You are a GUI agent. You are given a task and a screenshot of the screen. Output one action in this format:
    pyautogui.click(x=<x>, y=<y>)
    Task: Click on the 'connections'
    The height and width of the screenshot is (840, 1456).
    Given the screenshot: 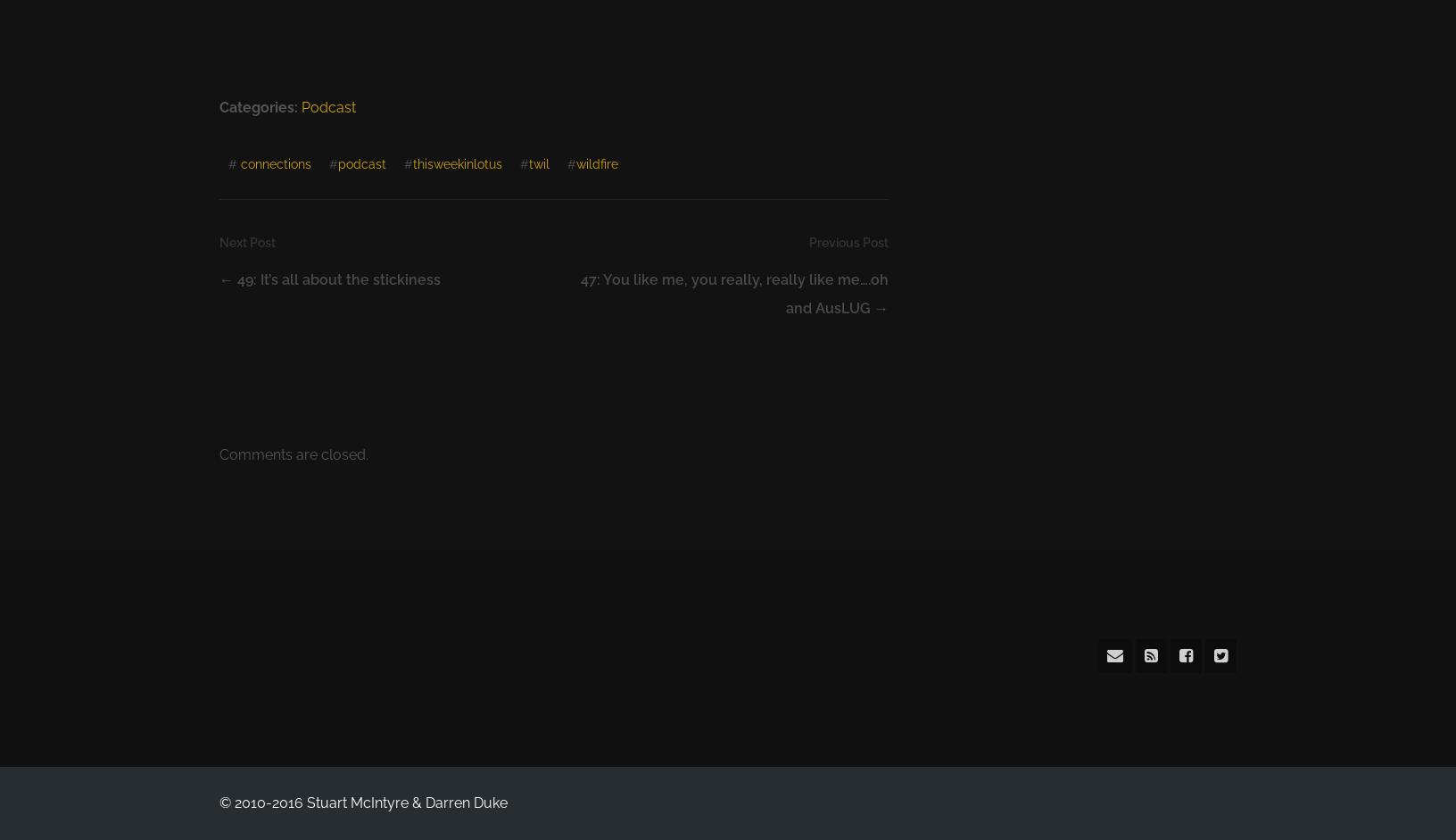 What is the action you would take?
    pyautogui.click(x=276, y=163)
    